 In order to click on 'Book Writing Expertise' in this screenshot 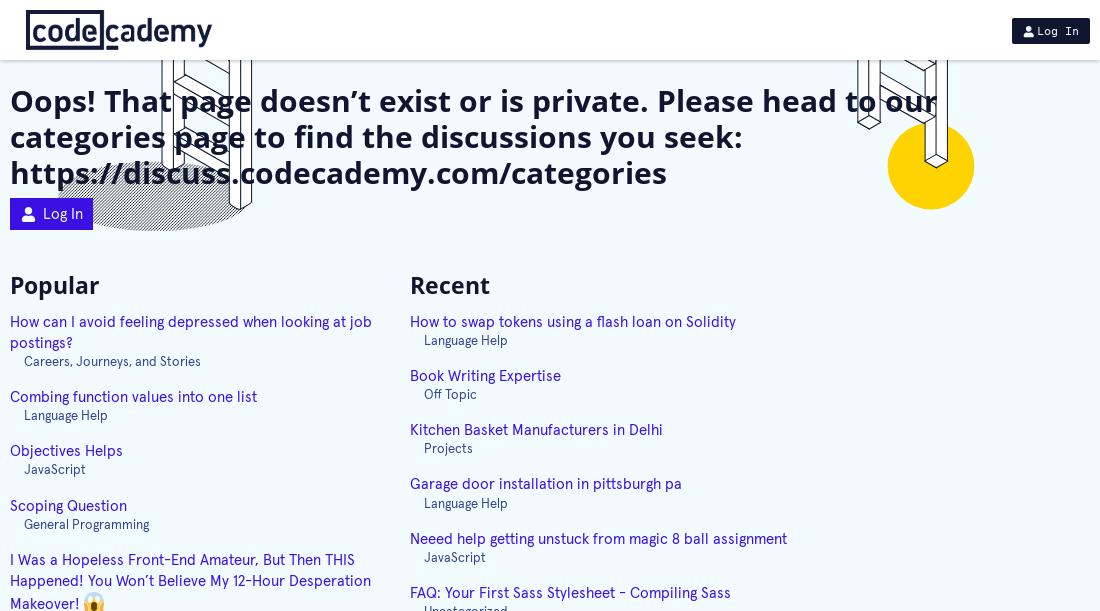, I will do `click(485, 375)`.